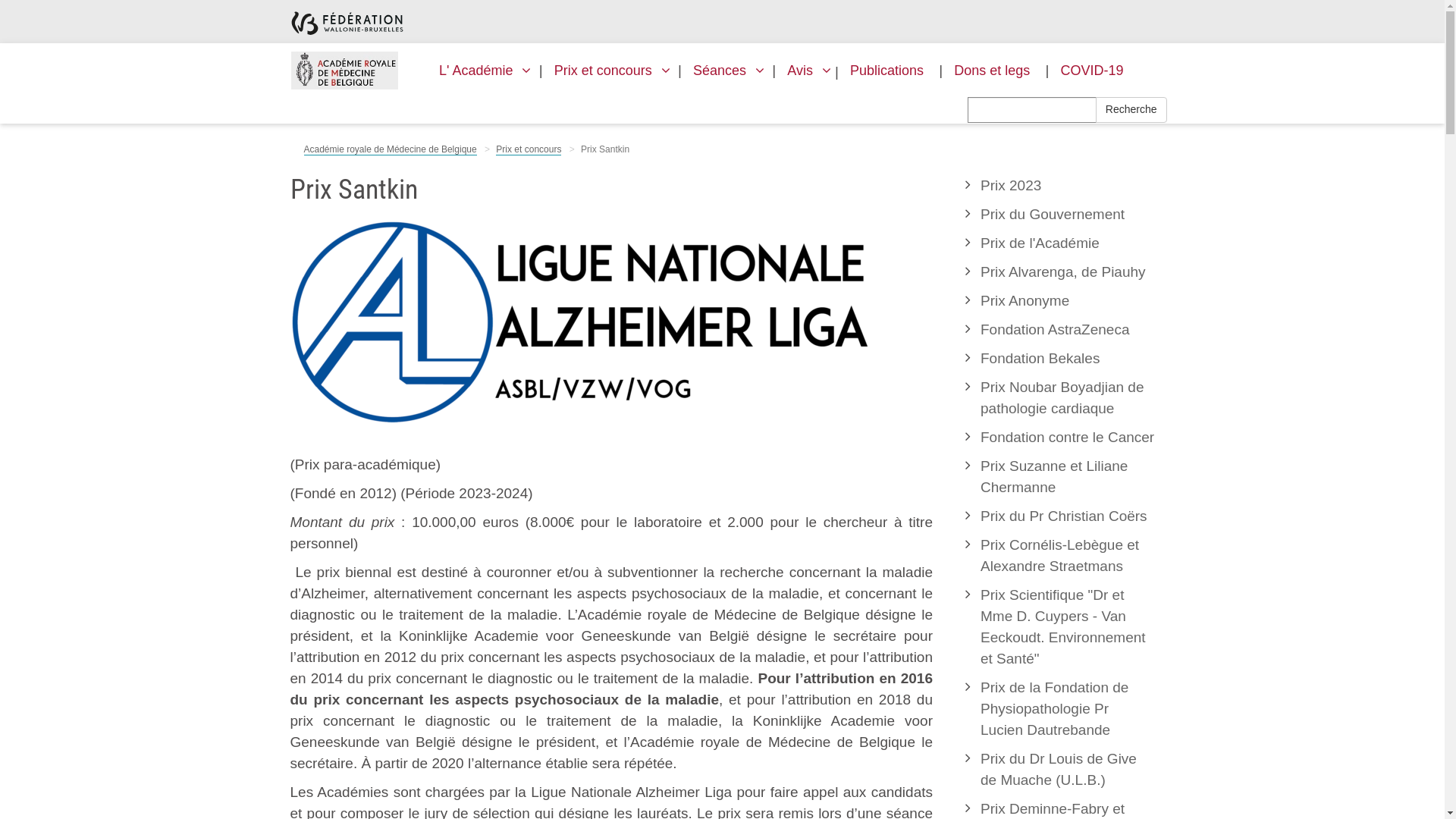 This screenshot has height=819, width=1456. I want to click on 'Avis', so click(804, 70).